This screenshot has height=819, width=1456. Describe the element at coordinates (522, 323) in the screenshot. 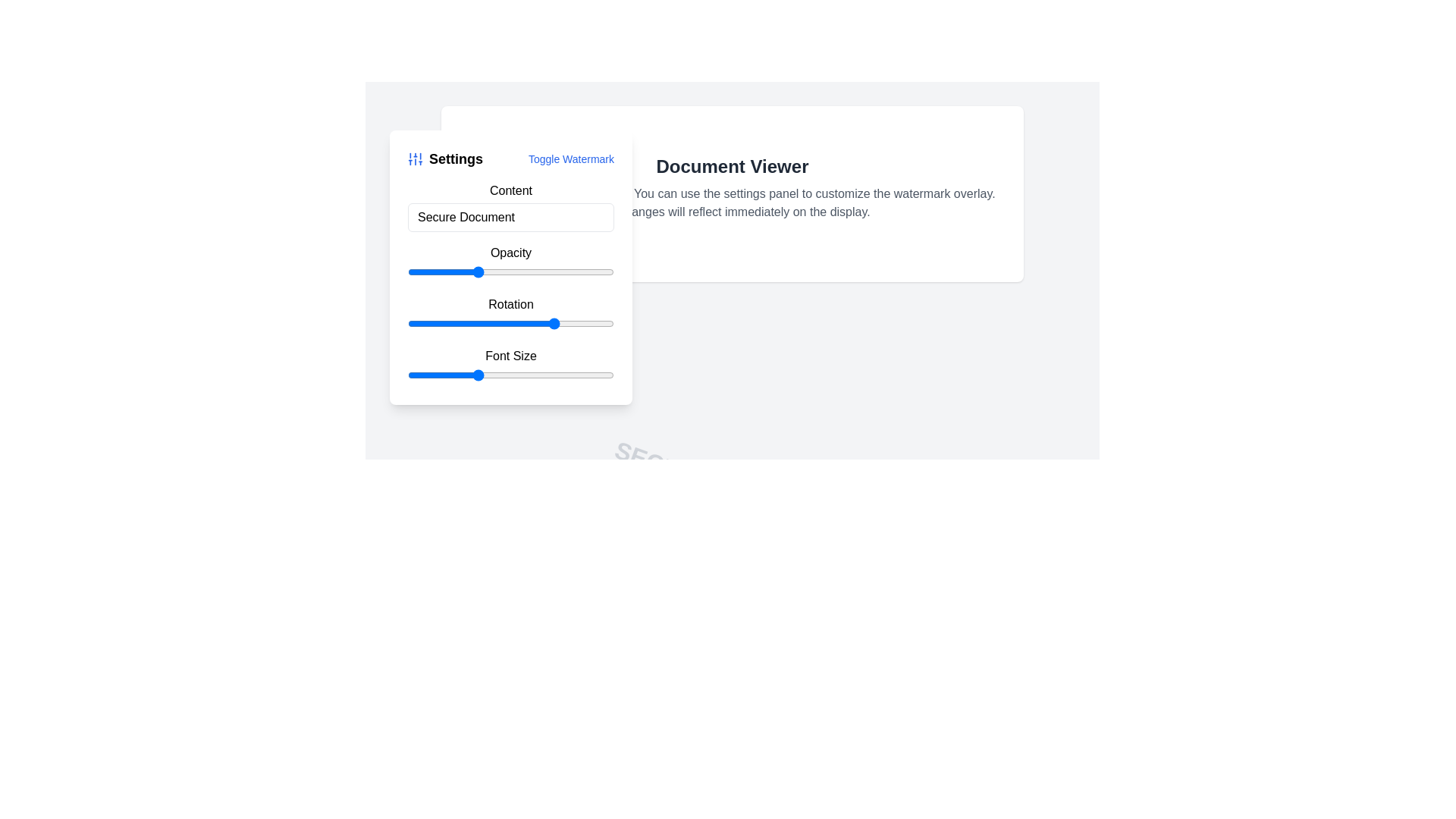

I see `the rotation value` at that location.